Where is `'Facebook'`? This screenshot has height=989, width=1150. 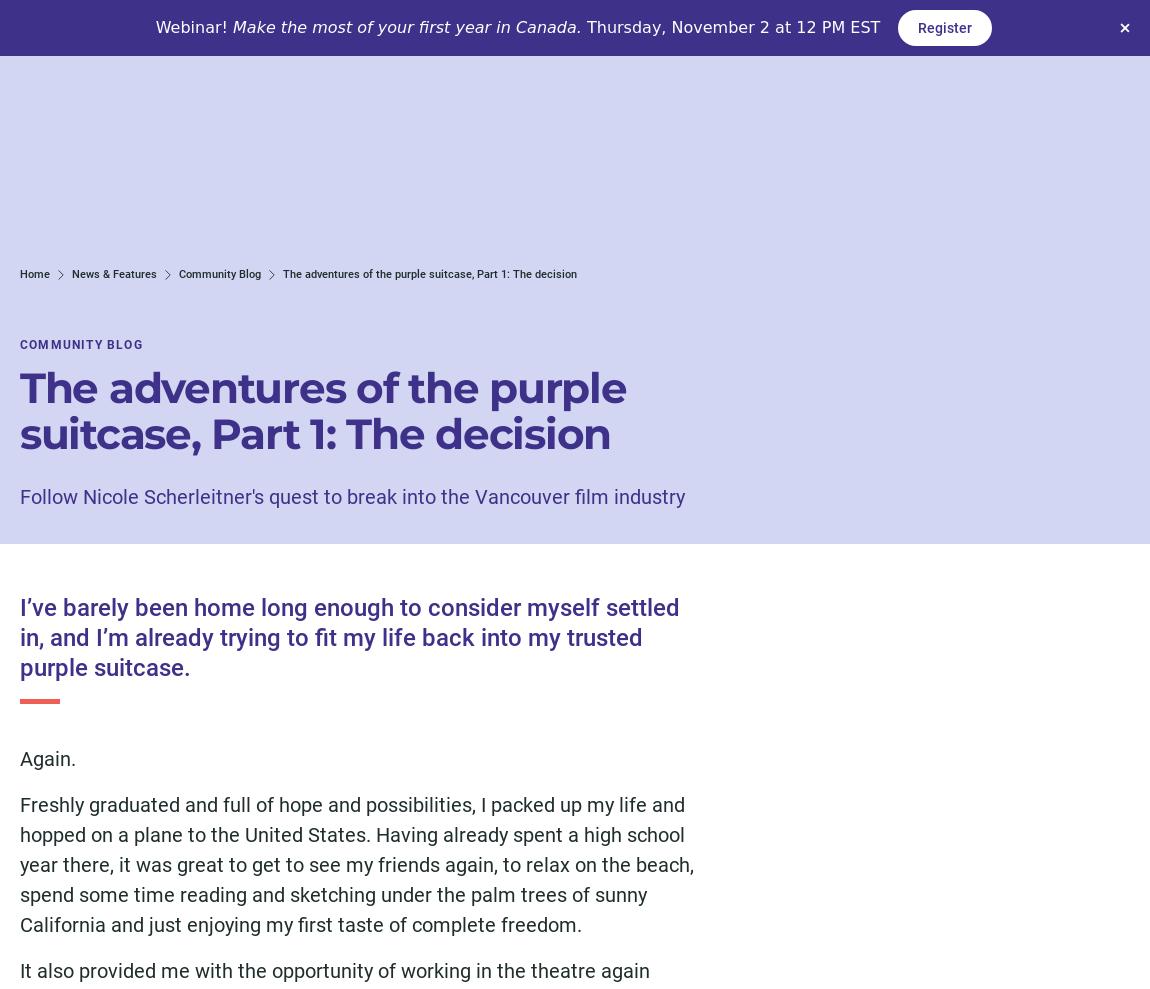 'Facebook' is located at coordinates (237, 612).